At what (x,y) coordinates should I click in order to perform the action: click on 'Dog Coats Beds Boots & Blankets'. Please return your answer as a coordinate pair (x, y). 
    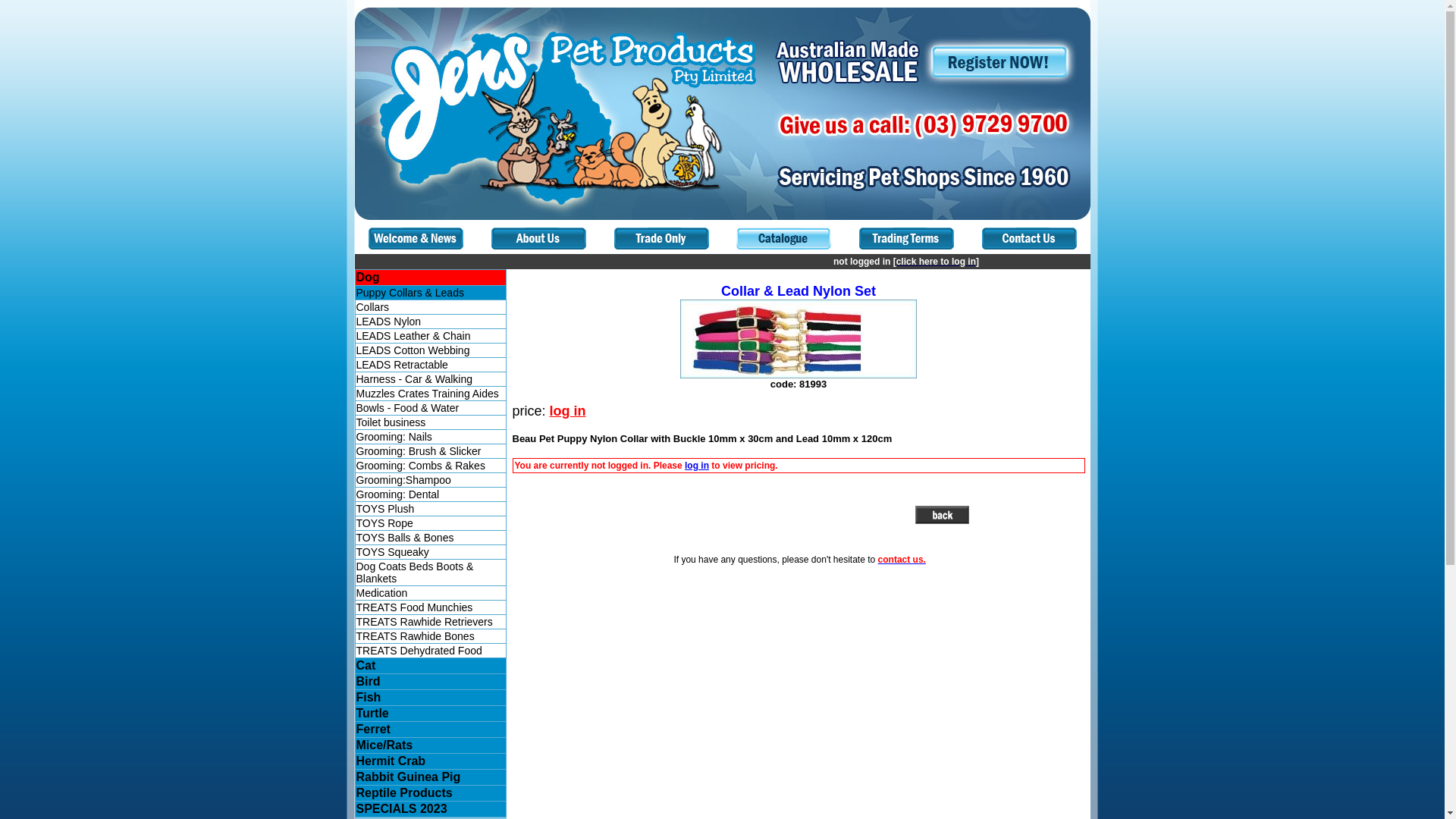
    Looking at the image, I should click on (428, 573).